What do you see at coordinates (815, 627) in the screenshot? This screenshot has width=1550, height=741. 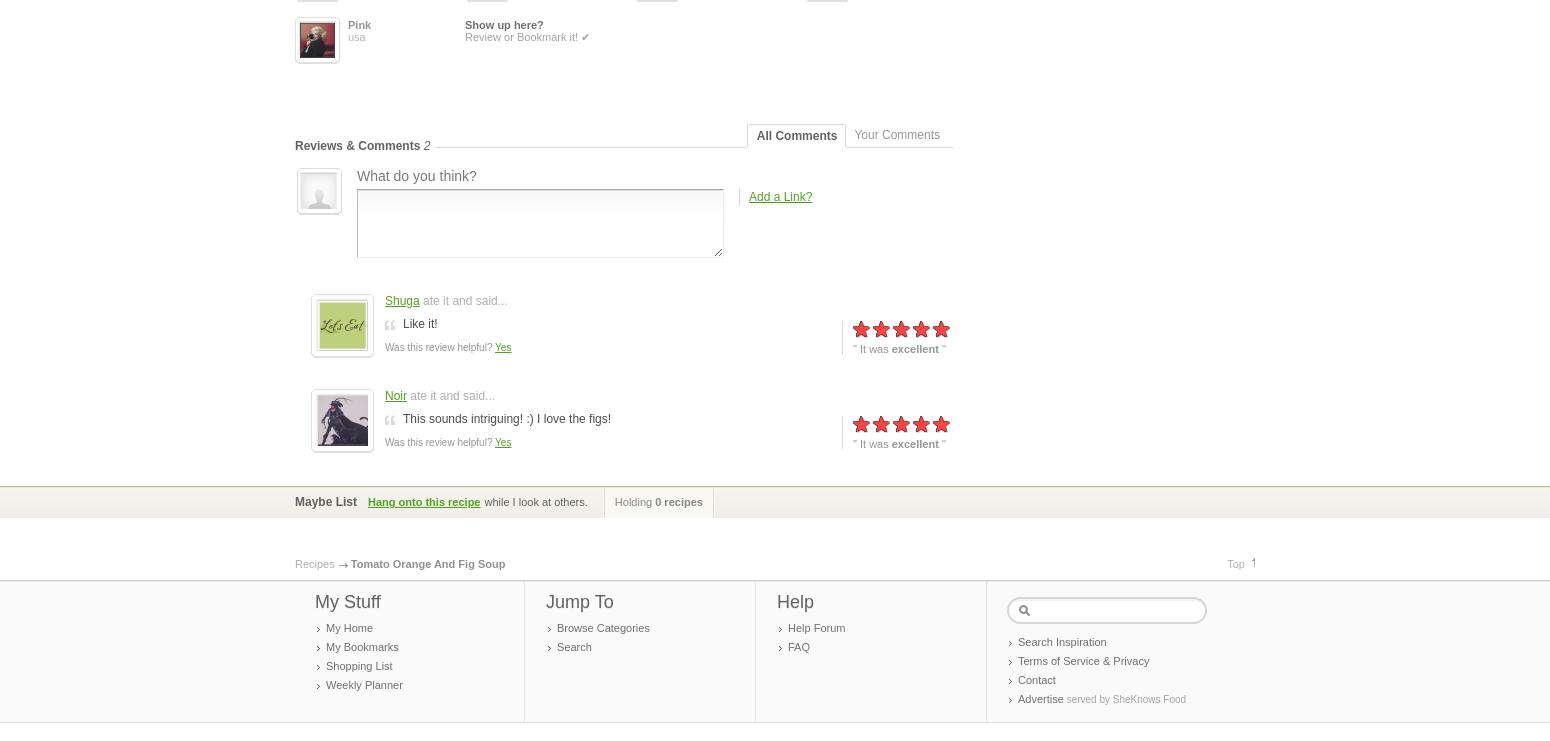 I see `'Help Forum'` at bounding box center [815, 627].